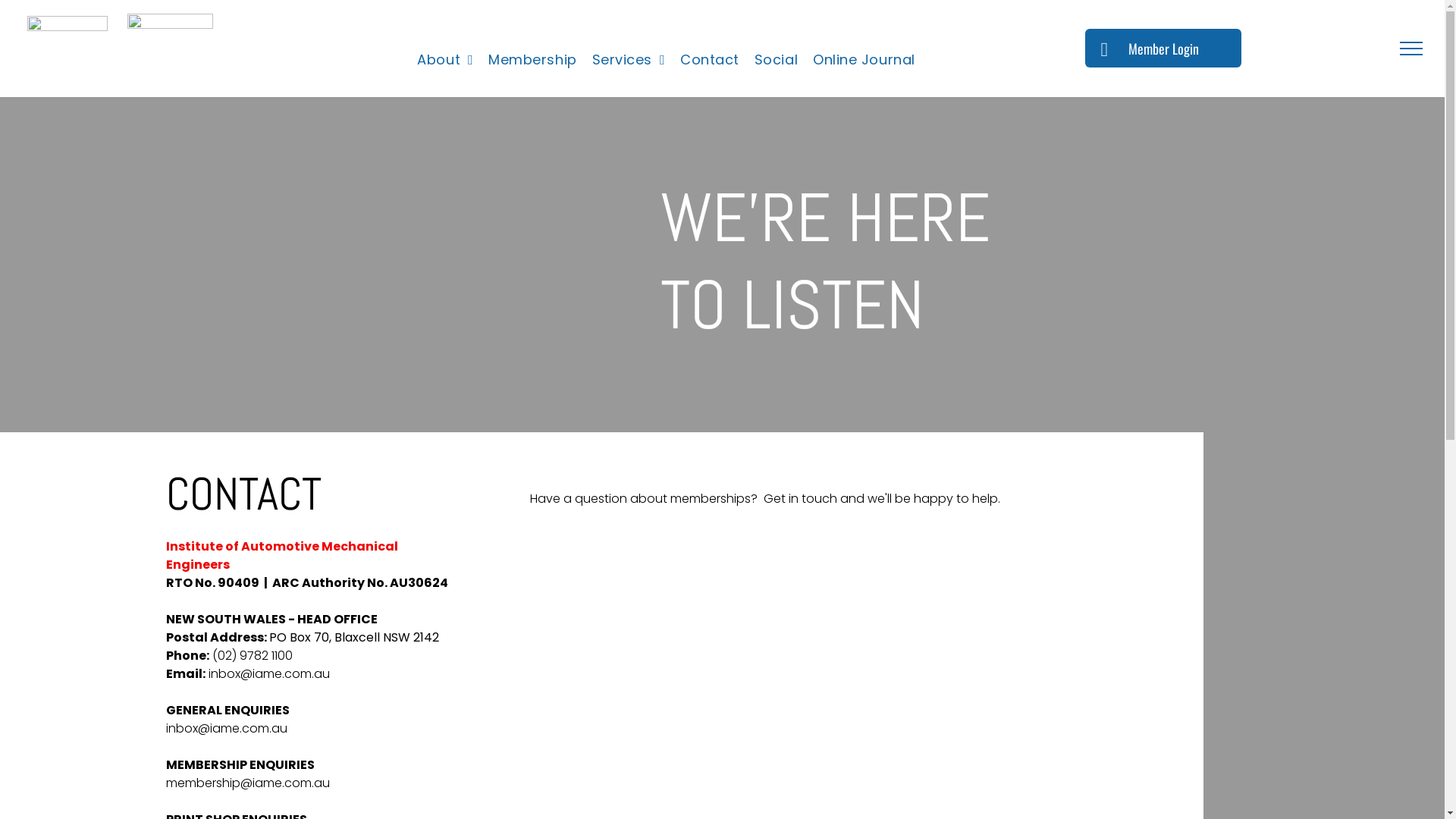 Image resolution: width=1456 pixels, height=819 pixels. I want to click on 'Social', so click(776, 58).